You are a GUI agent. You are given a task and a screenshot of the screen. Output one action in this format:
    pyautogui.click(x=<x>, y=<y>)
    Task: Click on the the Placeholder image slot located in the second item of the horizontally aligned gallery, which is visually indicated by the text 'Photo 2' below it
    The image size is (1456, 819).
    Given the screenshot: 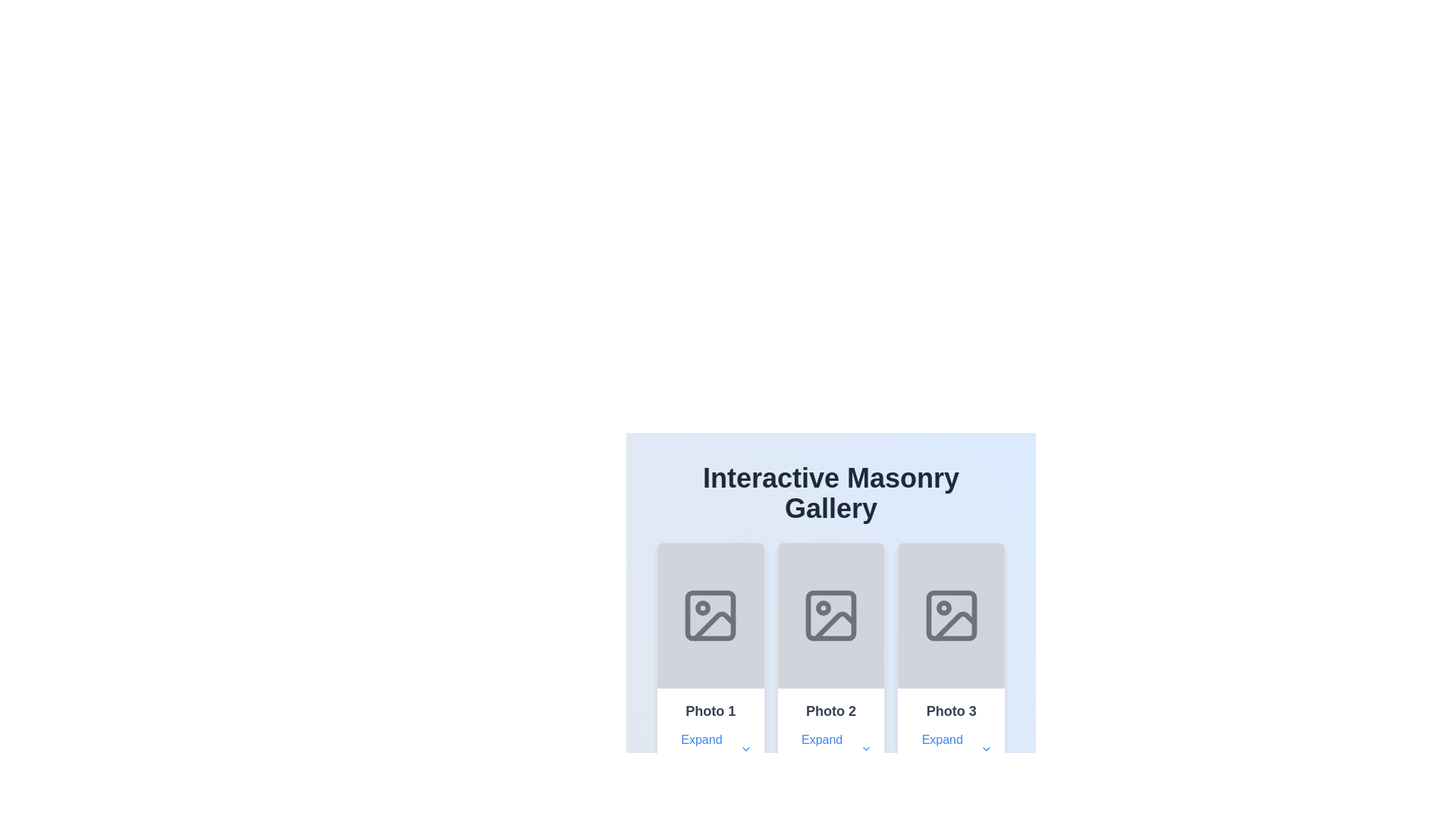 What is the action you would take?
    pyautogui.click(x=830, y=616)
    